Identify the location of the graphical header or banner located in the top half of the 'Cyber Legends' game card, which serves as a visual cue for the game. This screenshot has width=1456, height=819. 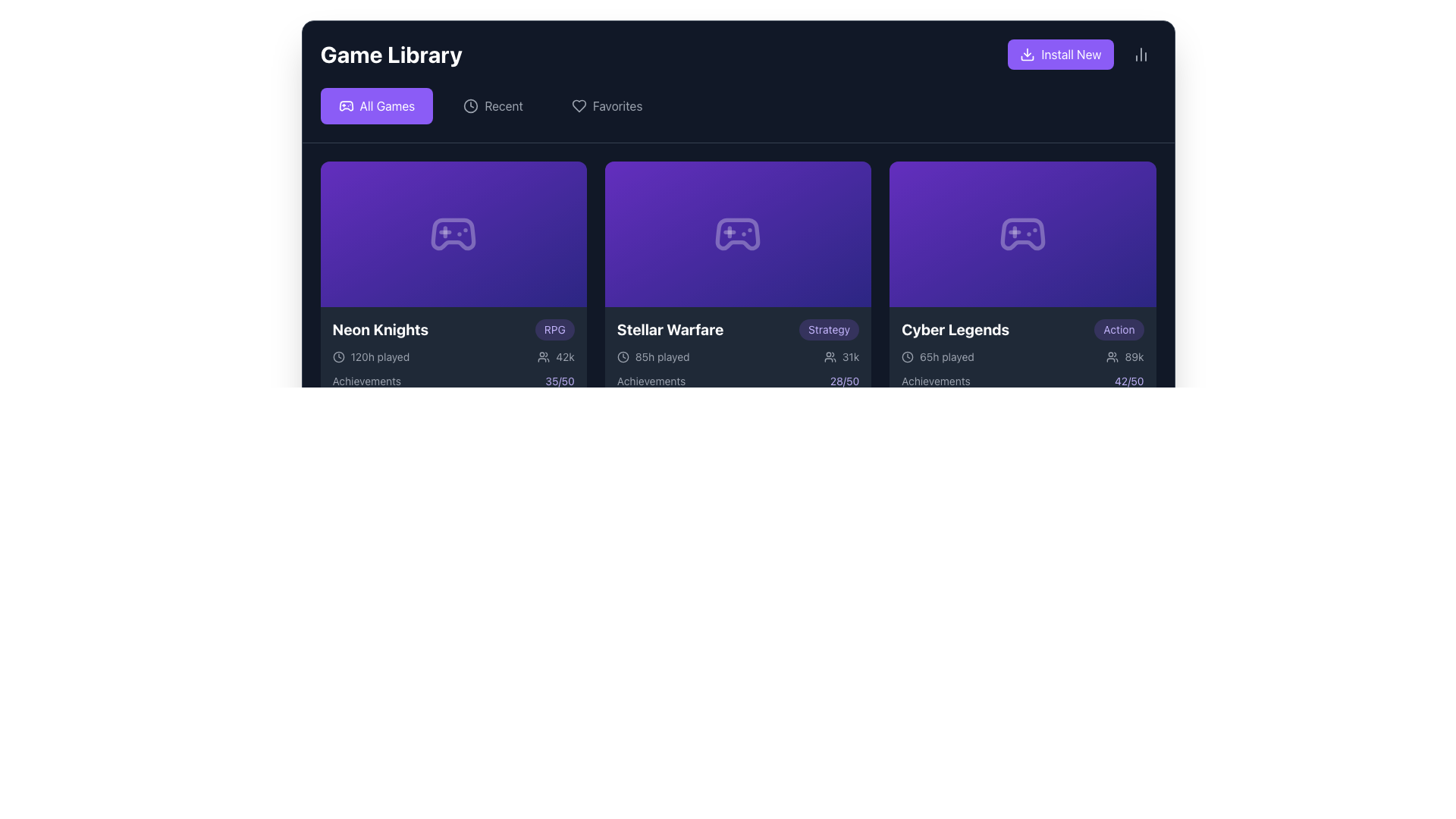
(1022, 234).